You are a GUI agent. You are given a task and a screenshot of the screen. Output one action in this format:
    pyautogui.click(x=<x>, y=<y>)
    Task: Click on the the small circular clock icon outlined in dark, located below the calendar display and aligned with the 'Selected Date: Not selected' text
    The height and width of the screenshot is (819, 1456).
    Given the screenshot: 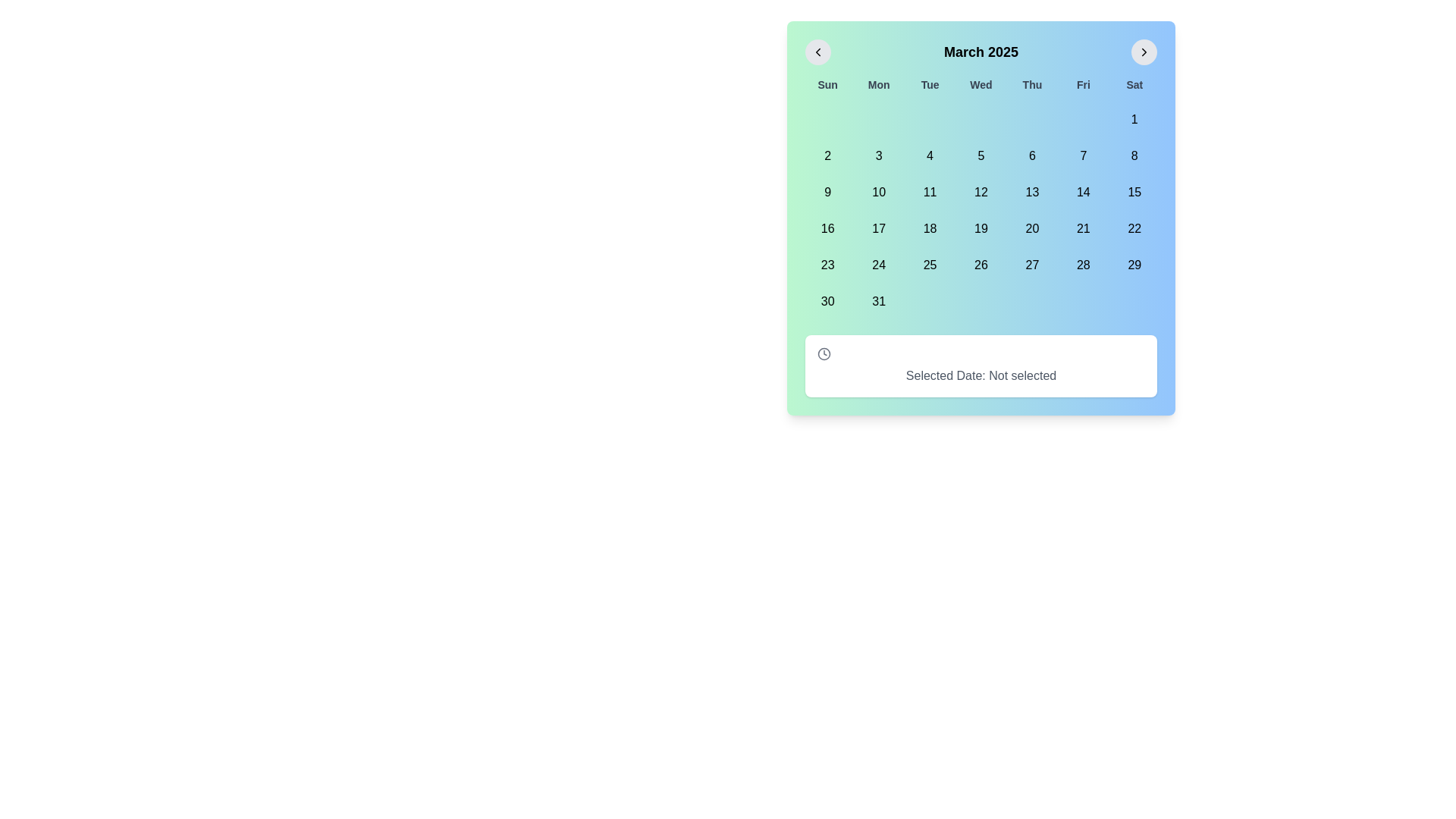 What is the action you would take?
    pyautogui.click(x=823, y=353)
    